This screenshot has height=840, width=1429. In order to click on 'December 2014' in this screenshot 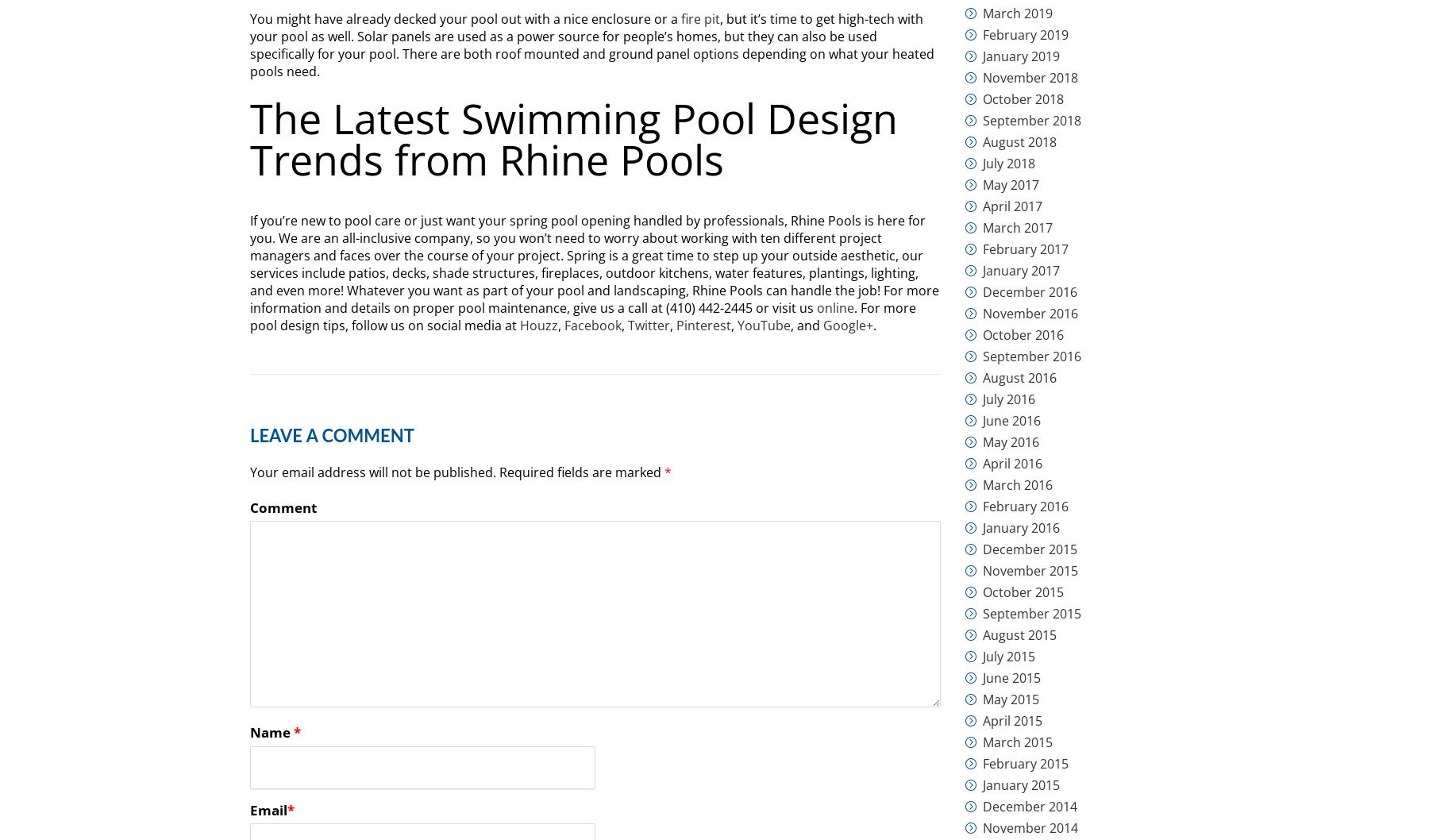, I will do `click(1030, 805)`.